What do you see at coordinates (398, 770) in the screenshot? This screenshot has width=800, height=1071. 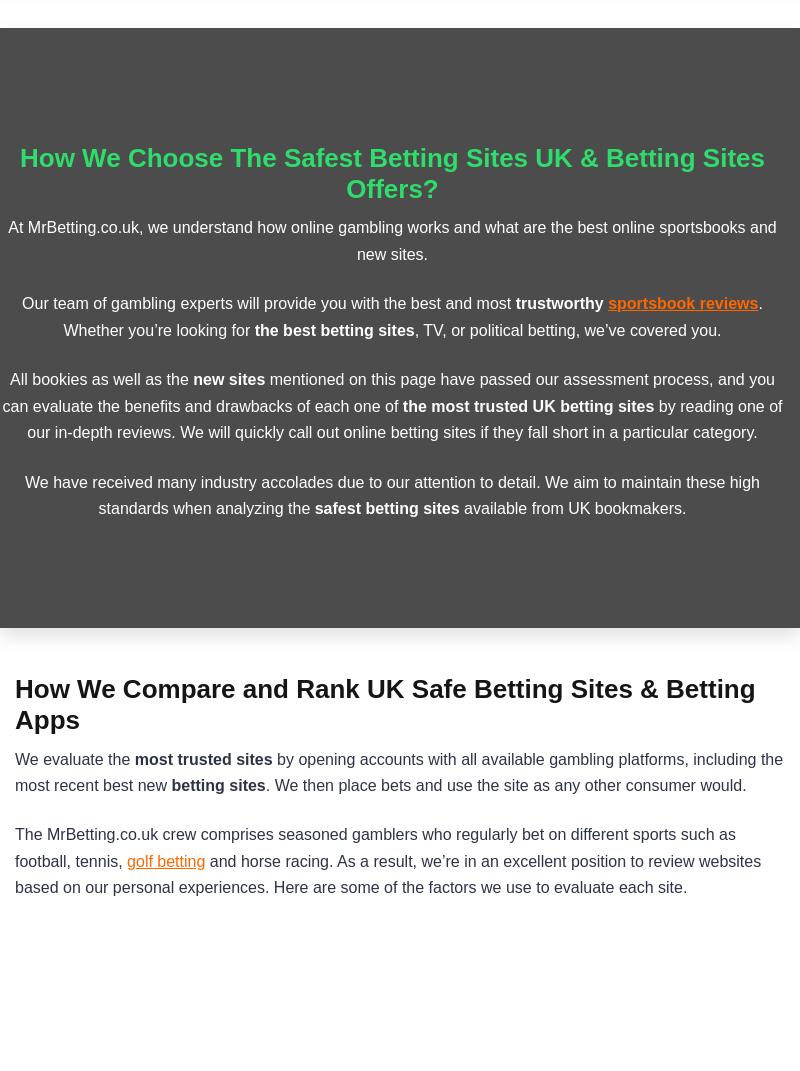 I see `'by opening accounts with all available gambling platforms, including the most recent best new'` at bounding box center [398, 770].